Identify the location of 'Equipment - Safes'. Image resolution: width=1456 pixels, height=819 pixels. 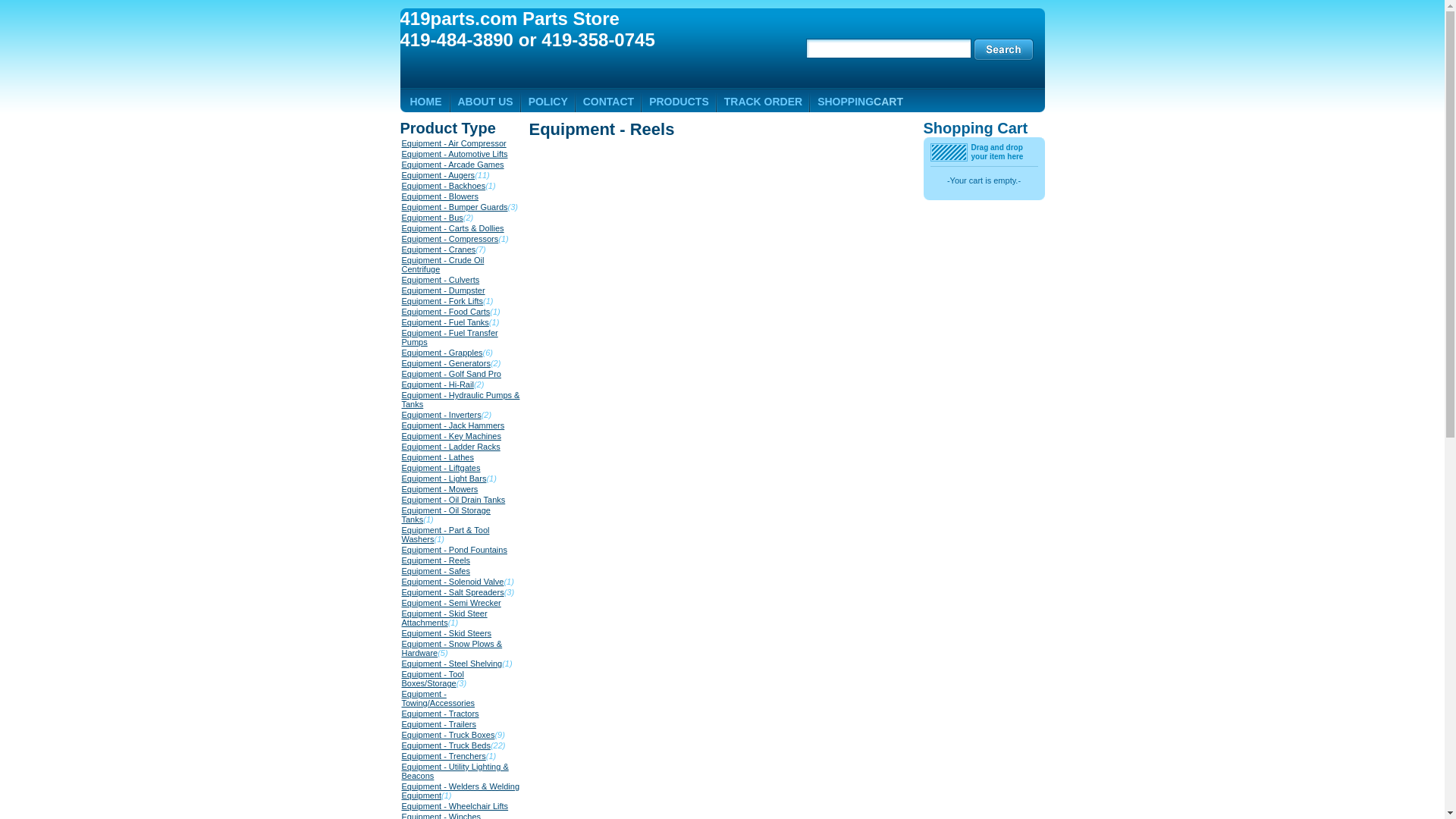
(435, 570).